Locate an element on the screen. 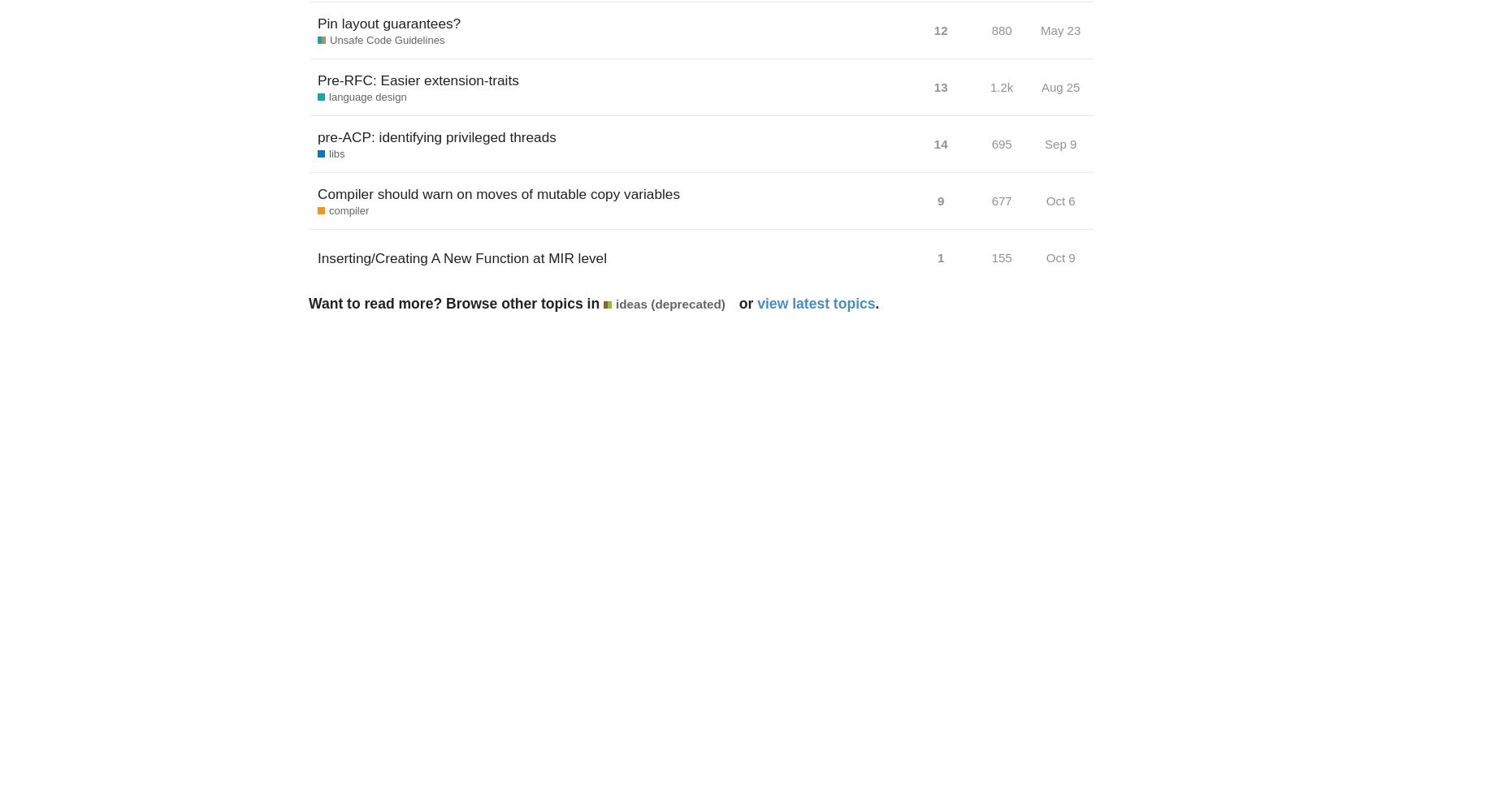  'Compiler should warn on moves of mutable copy variables' is located at coordinates (317, 192).